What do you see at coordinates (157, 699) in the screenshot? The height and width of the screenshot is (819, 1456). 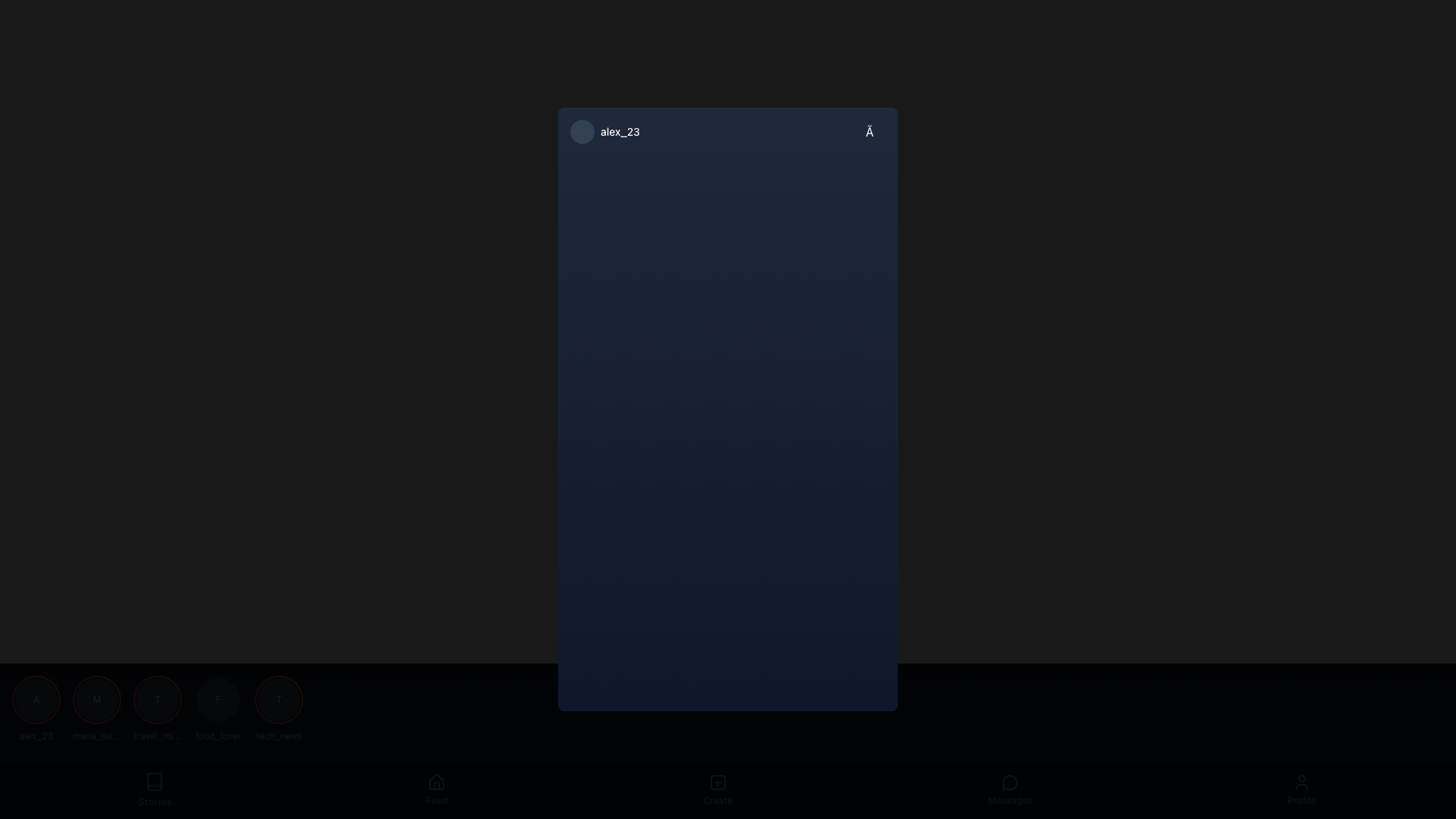 I see `the circular avatar button with a dark gray background and a white 'T' in the center, located as the fourth item in a horizontally scrollable bar at the bottom of the interface` at bounding box center [157, 699].